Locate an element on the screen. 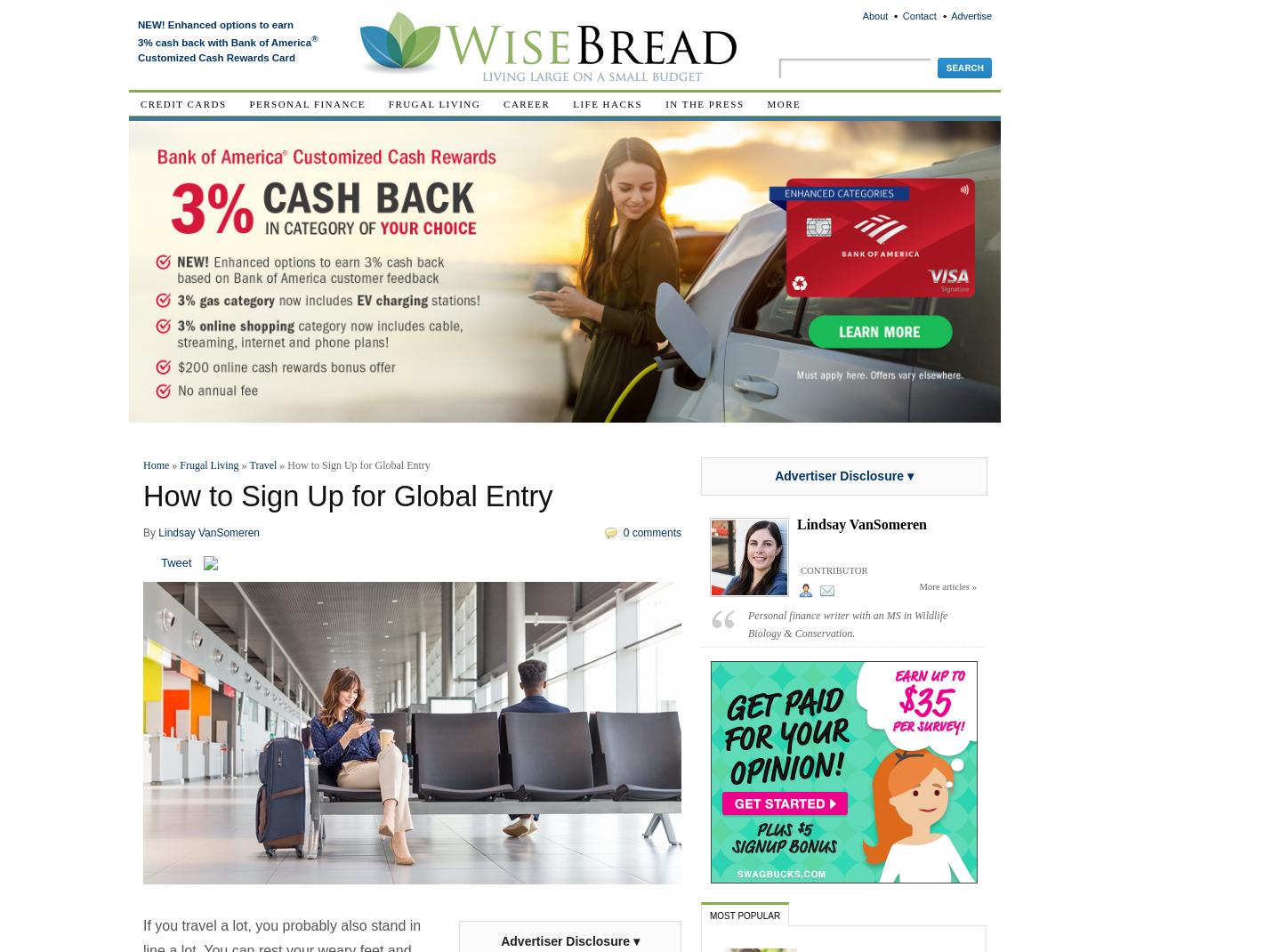  'More articles »' is located at coordinates (947, 586).